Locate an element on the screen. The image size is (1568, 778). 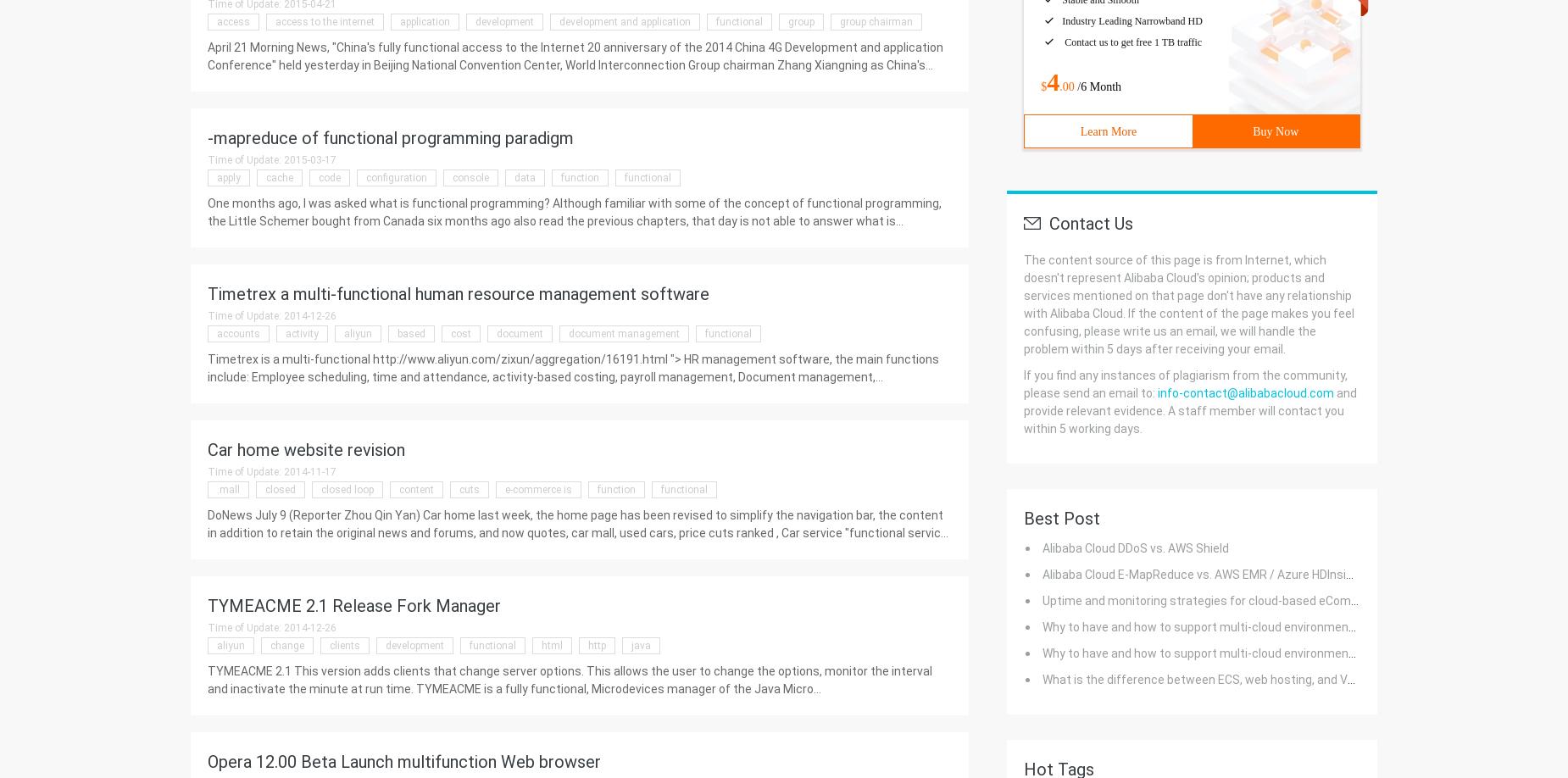
'TYMEACME 2.1 This version adds clients that change server options. This allows the user to change the options, monitor the interval and inactivate the minute at run time. TYMEACME is a fully functional, Microdevices manager of the Java Micro http://www.aliyun.com/zixun/aggregation/29806.html >edition (fork) development. It provides an easy to use minimum space-occupying queue ...' is located at coordinates (206, 697).